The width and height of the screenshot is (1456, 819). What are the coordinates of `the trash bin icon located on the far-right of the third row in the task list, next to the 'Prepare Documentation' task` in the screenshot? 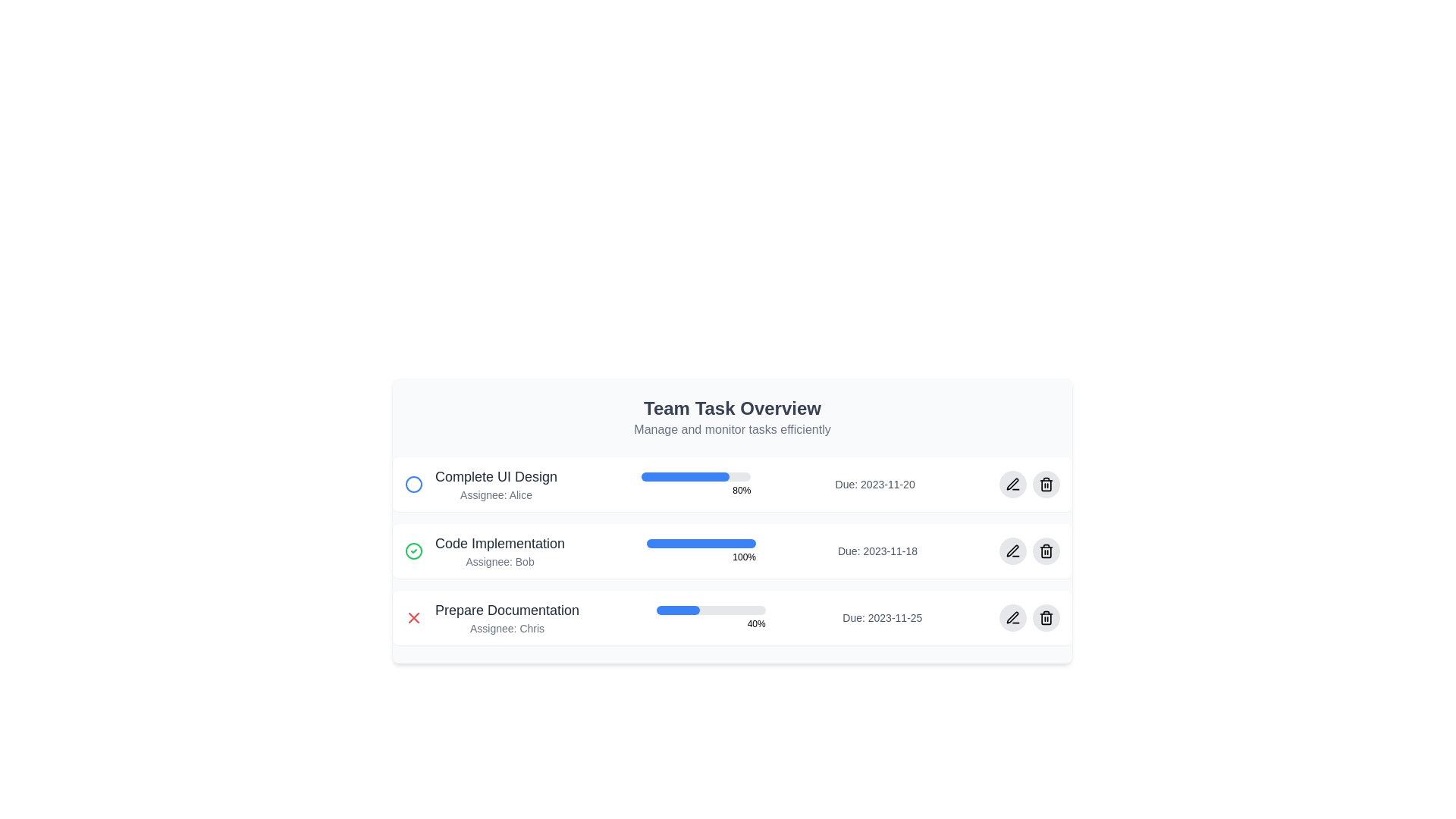 It's located at (1045, 617).